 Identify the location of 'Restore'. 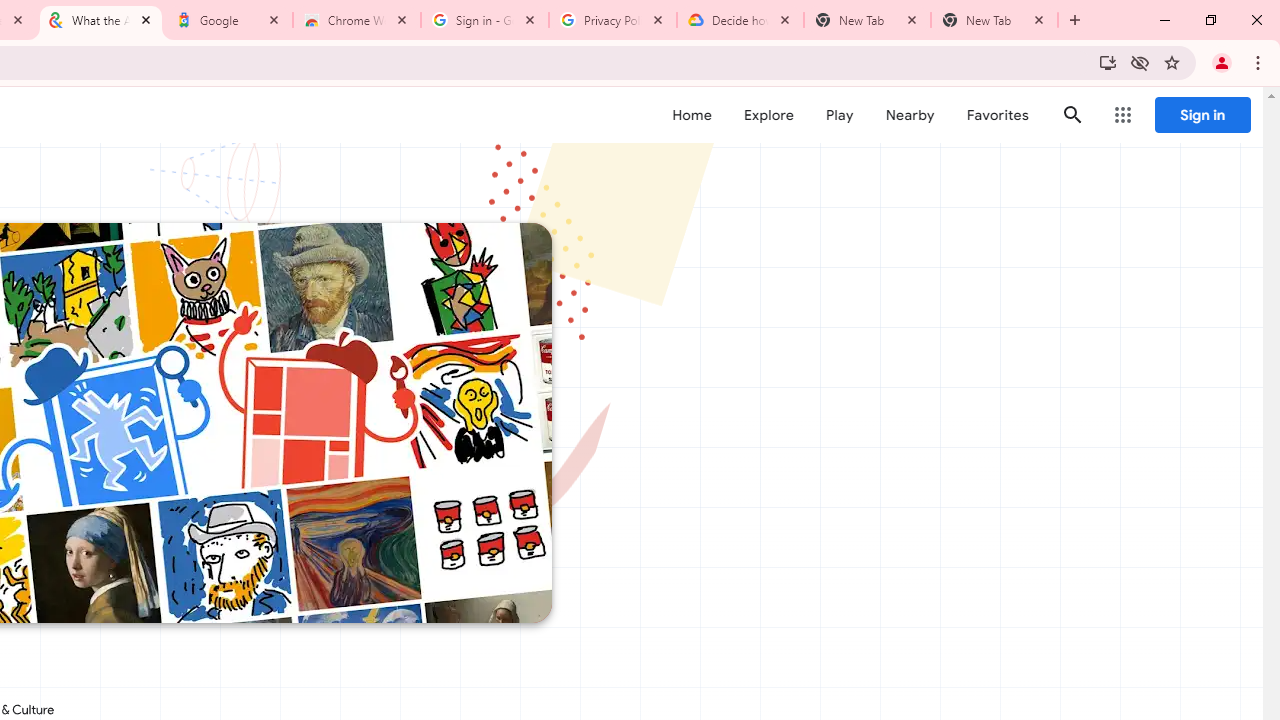
(1209, 20).